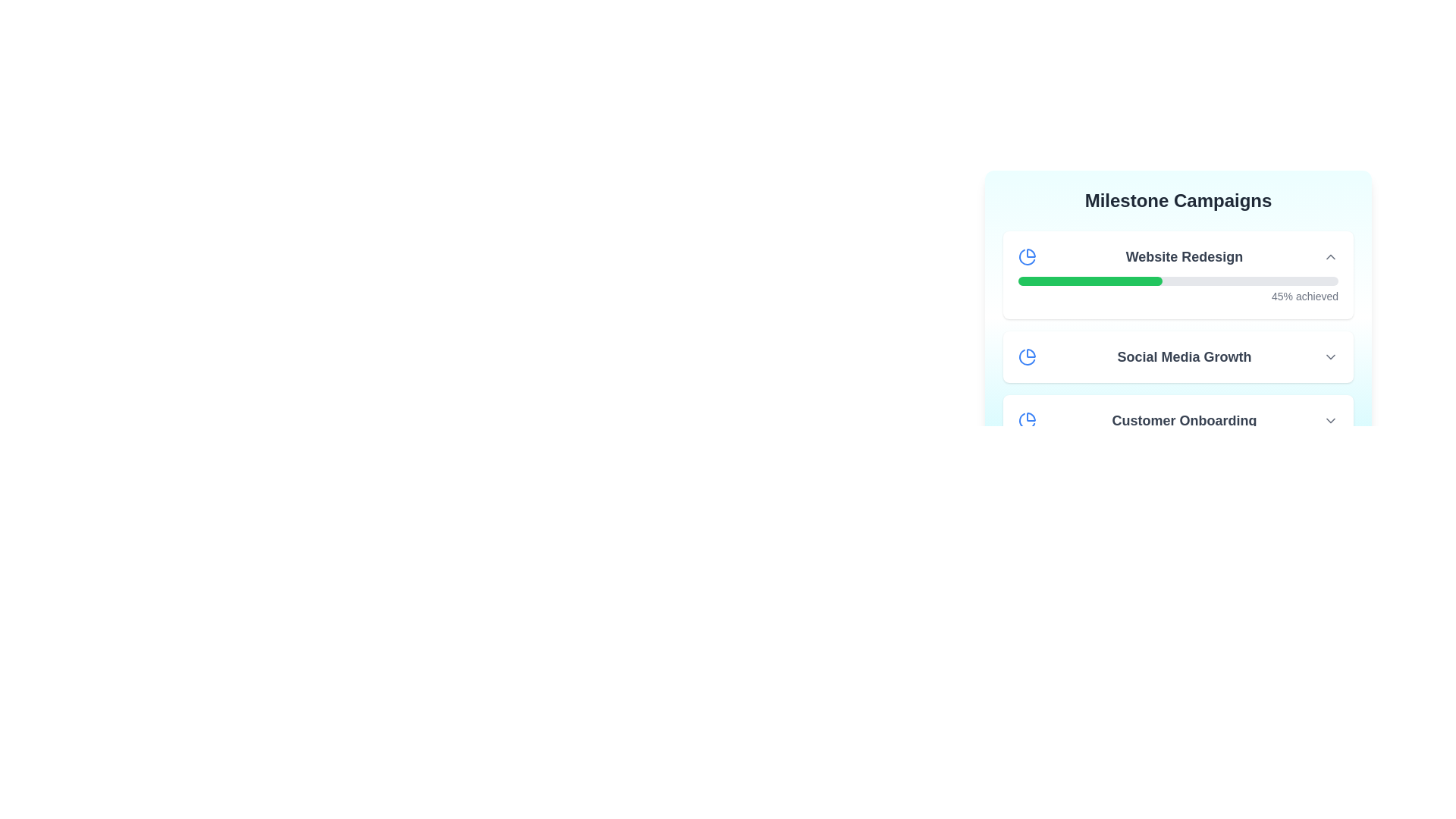 This screenshot has height=819, width=1456. Describe the element at coordinates (1178, 256) in the screenshot. I see `displayed title 'Website Redesign' from the Header Row located in the 'Milestone Campaigns' section, which features a blue pie chart icon on the left and a dropdown arrow icon on the right` at that location.